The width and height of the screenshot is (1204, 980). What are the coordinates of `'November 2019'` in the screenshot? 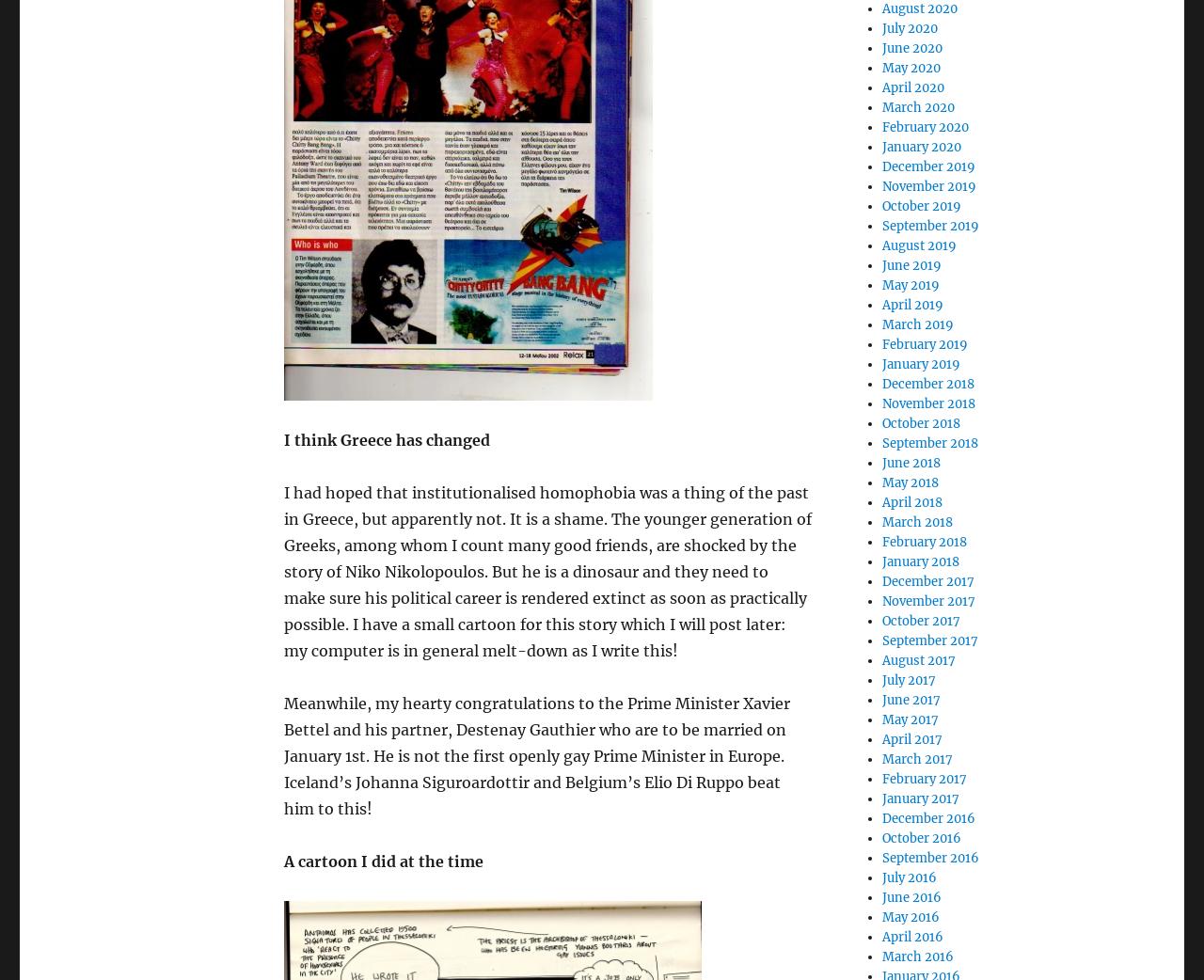 It's located at (879, 185).